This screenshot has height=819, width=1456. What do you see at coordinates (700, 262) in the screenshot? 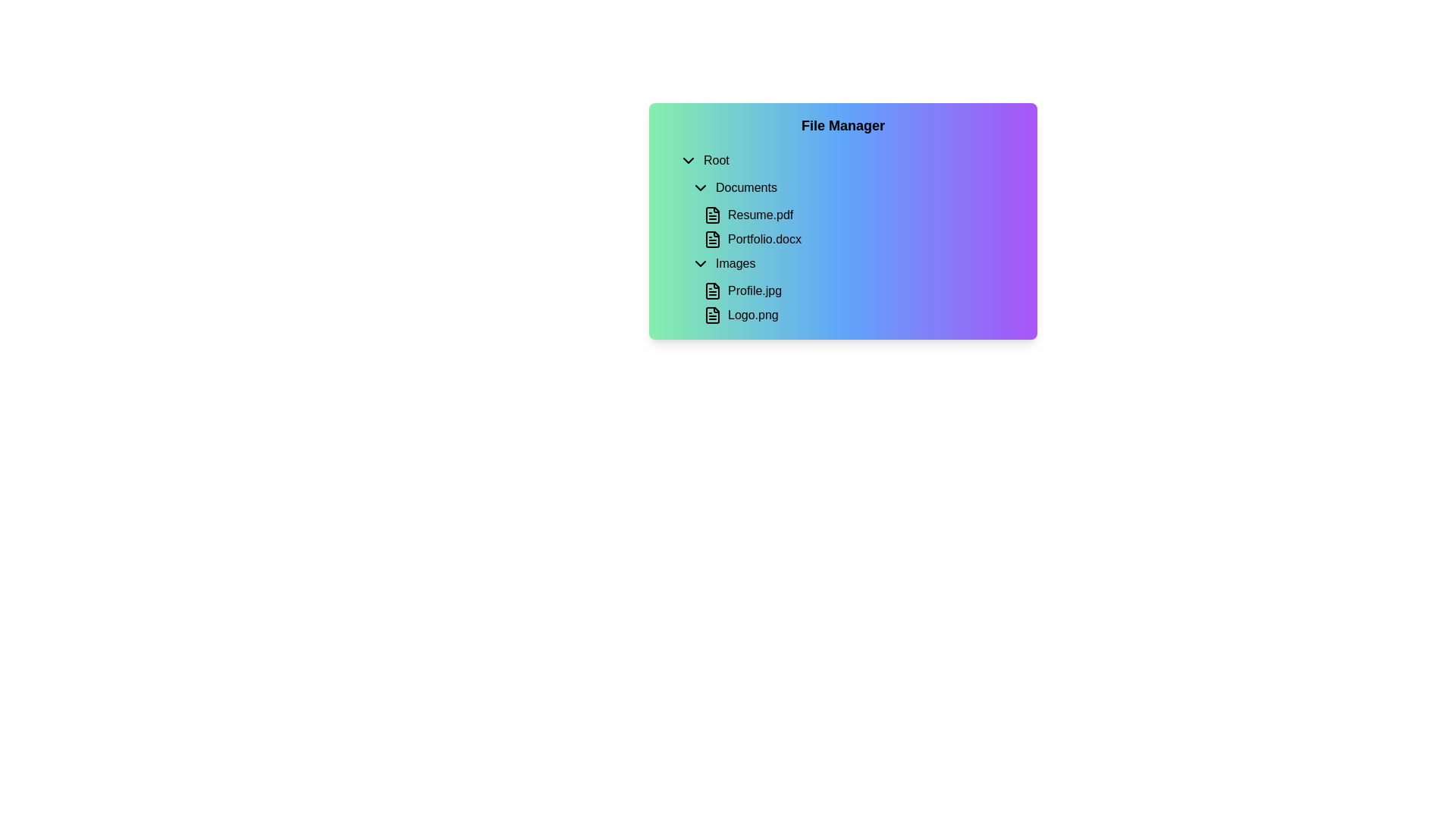
I see `the chevron icon` at bounding box center [700, 262].